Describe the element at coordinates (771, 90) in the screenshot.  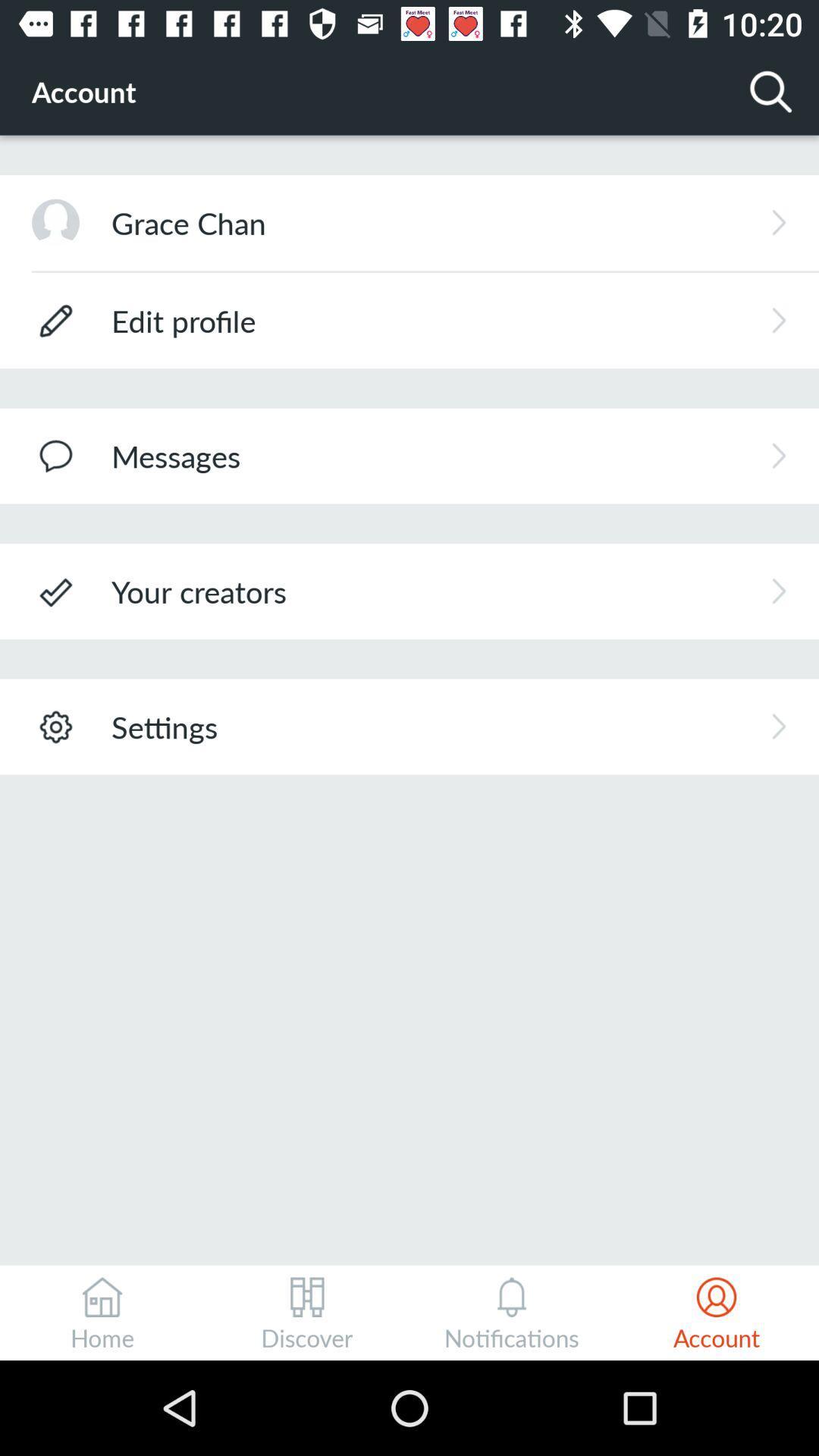
I see `icon next to account icon` at that location.